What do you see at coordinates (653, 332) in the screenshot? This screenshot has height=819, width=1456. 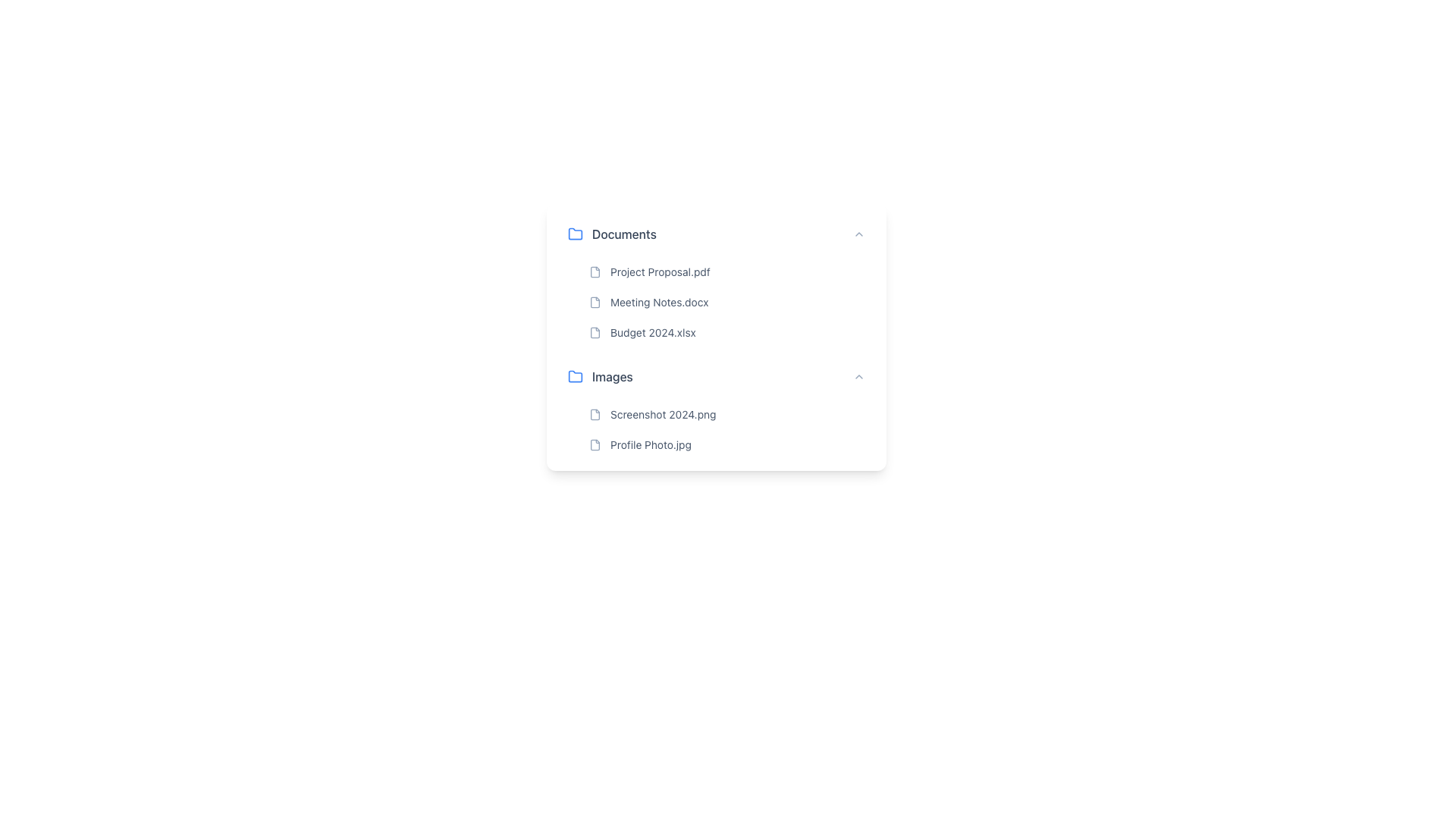 I see `the text label displaying the file name 'Budget 2024.xlsx'` at bounding box center [653, 332].